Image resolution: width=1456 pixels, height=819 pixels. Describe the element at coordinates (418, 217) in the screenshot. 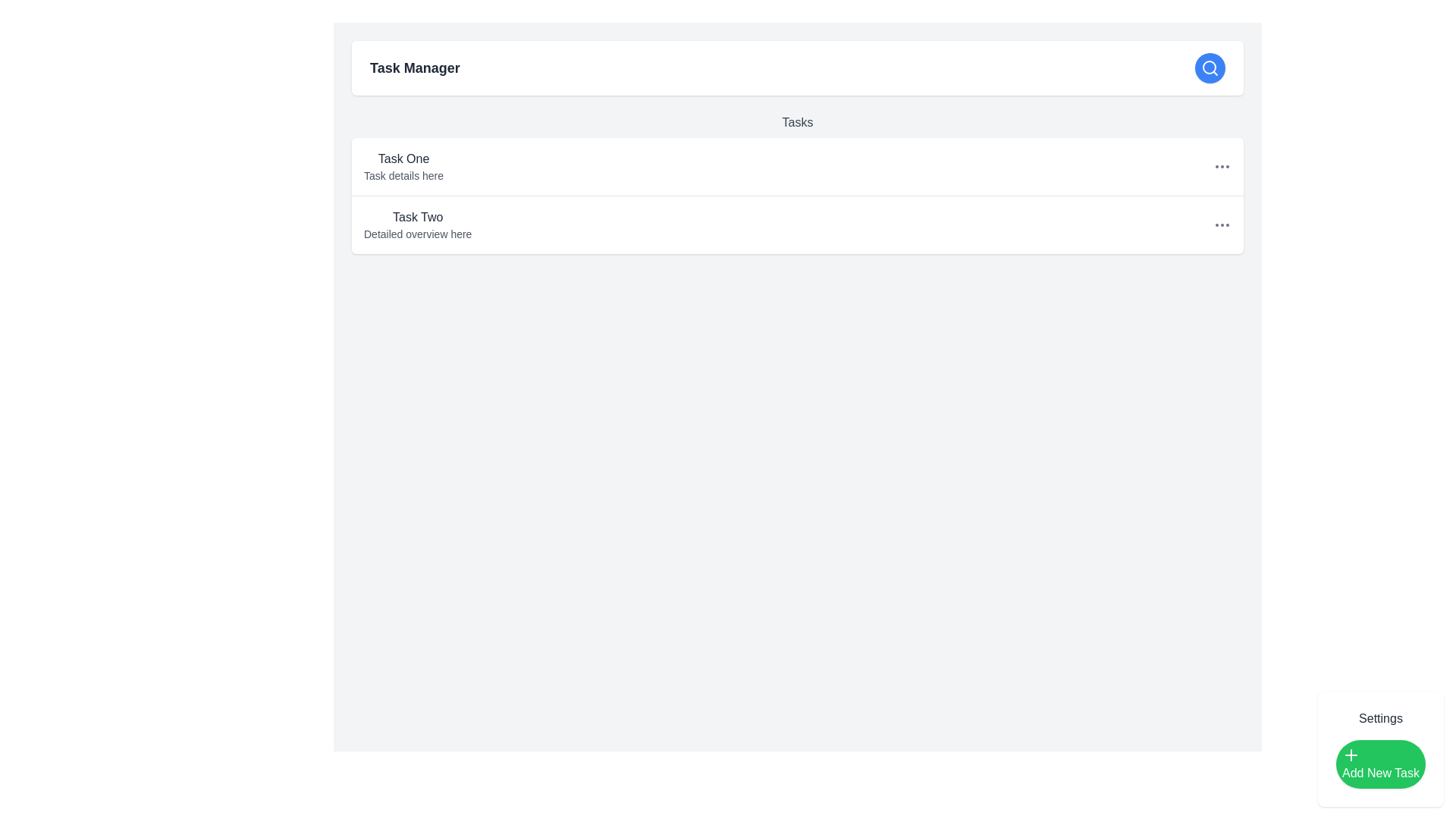

I see `the 'Task Two' text display, which is styled prominently with a medium font weight and gray color` at that location.